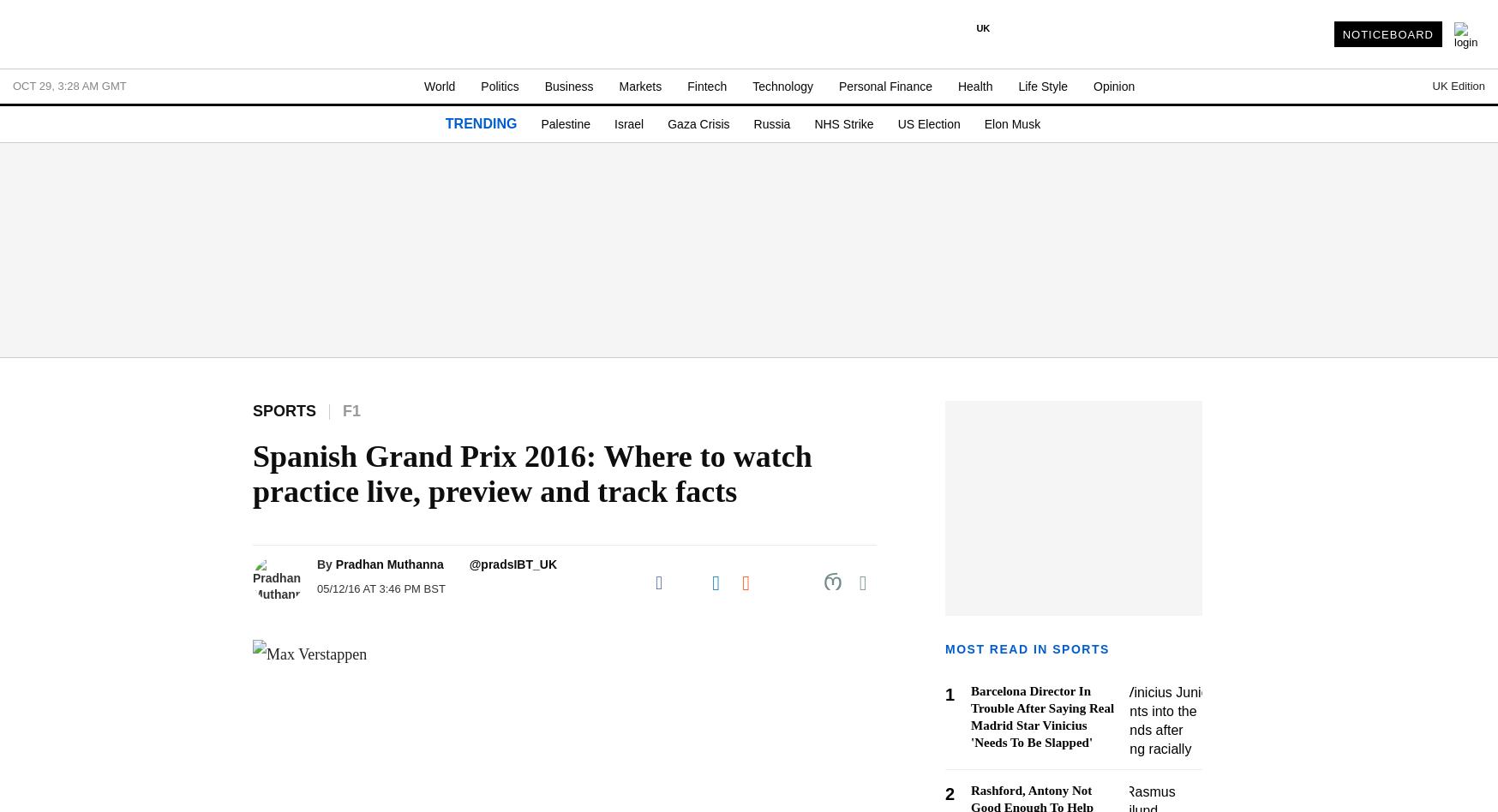  Describe the element at coordinates (39, 758) in the screenshot. I see `'- Forex'` at that location.